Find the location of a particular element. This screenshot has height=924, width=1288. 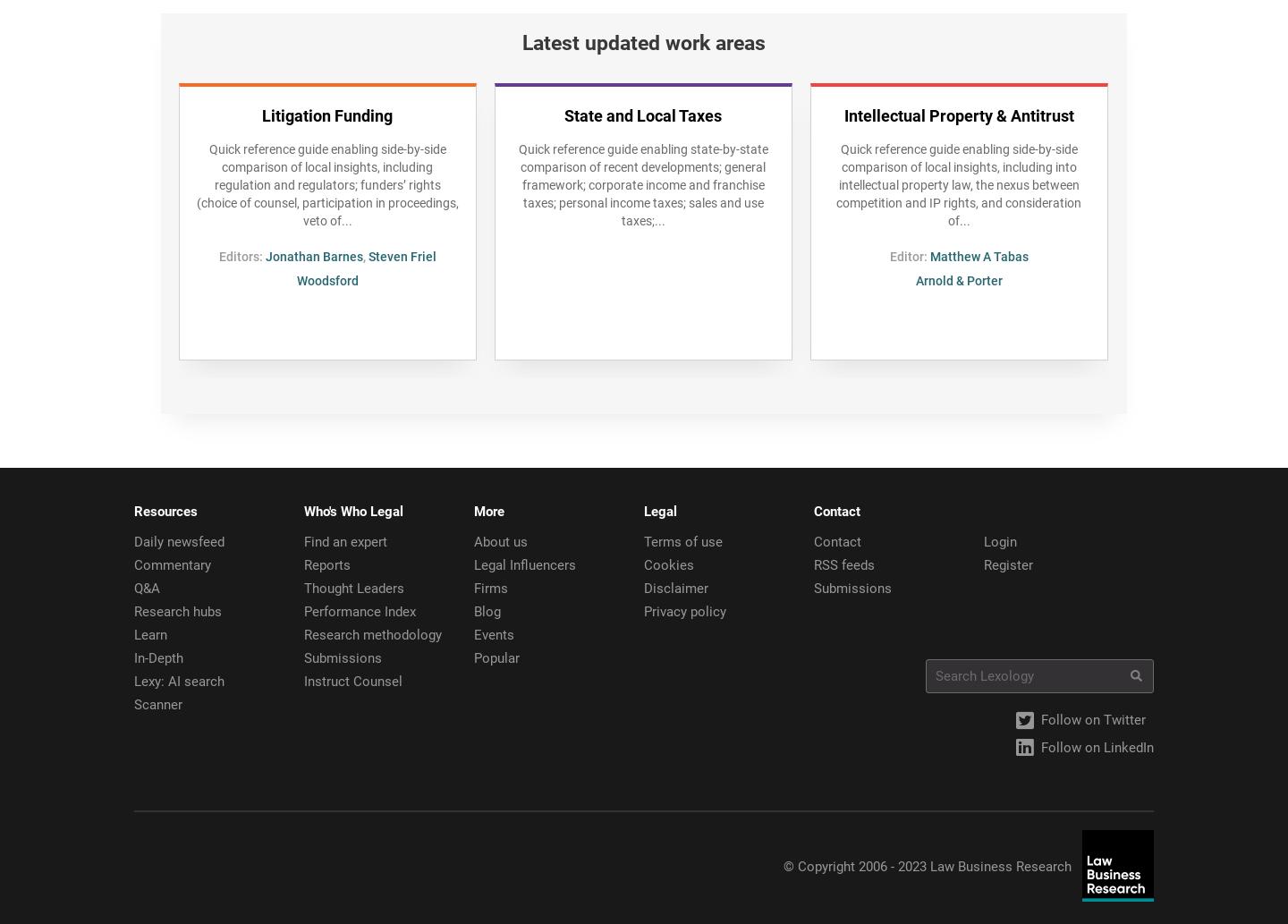

'Privacy policy' is located at coordinates (683, 610).